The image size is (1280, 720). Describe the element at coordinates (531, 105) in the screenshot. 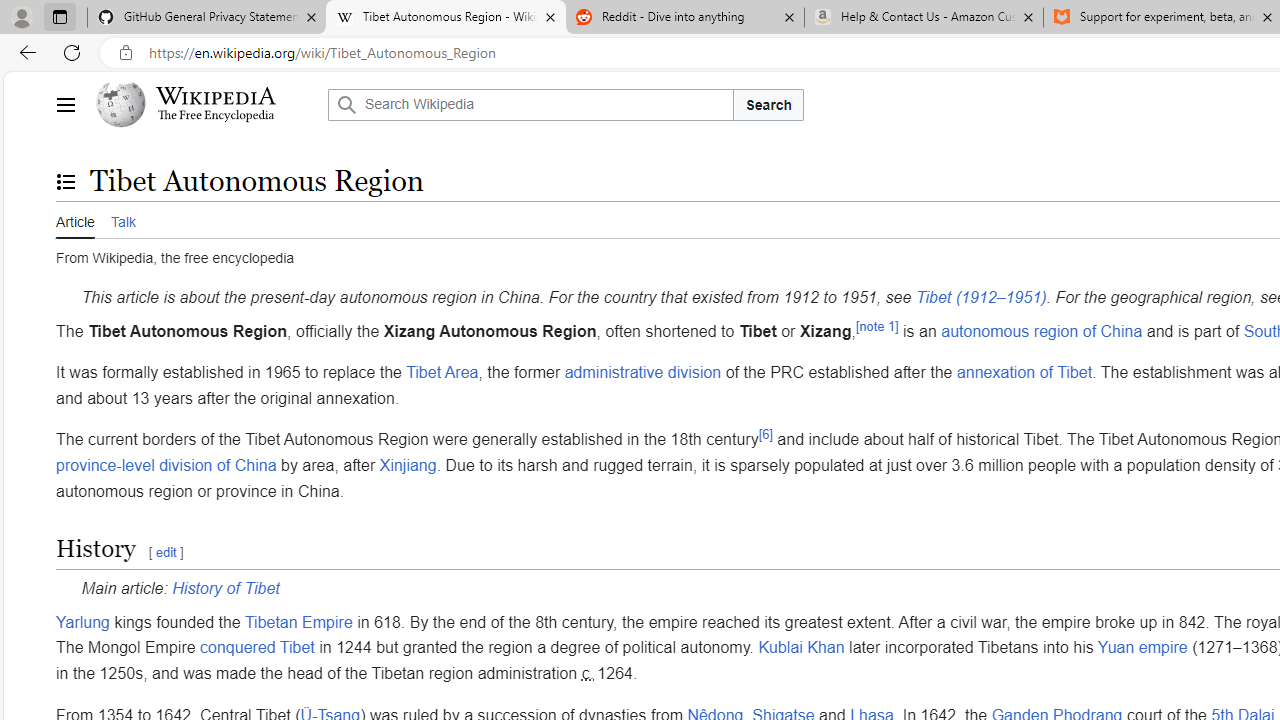

I see `'Search Wikipedia'` at that location.